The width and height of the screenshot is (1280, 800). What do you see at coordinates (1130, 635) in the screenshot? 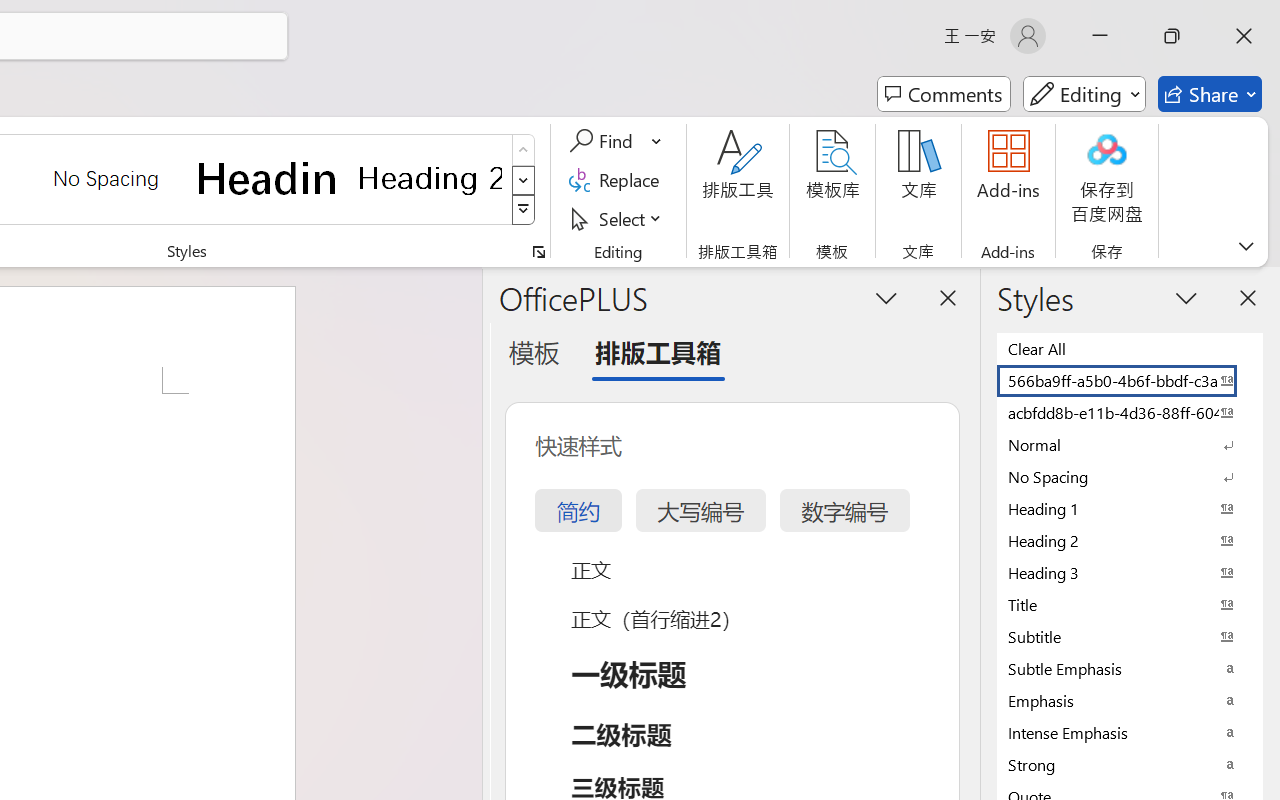
I see `'Subtitle'` at bounding box center [1130, 635].